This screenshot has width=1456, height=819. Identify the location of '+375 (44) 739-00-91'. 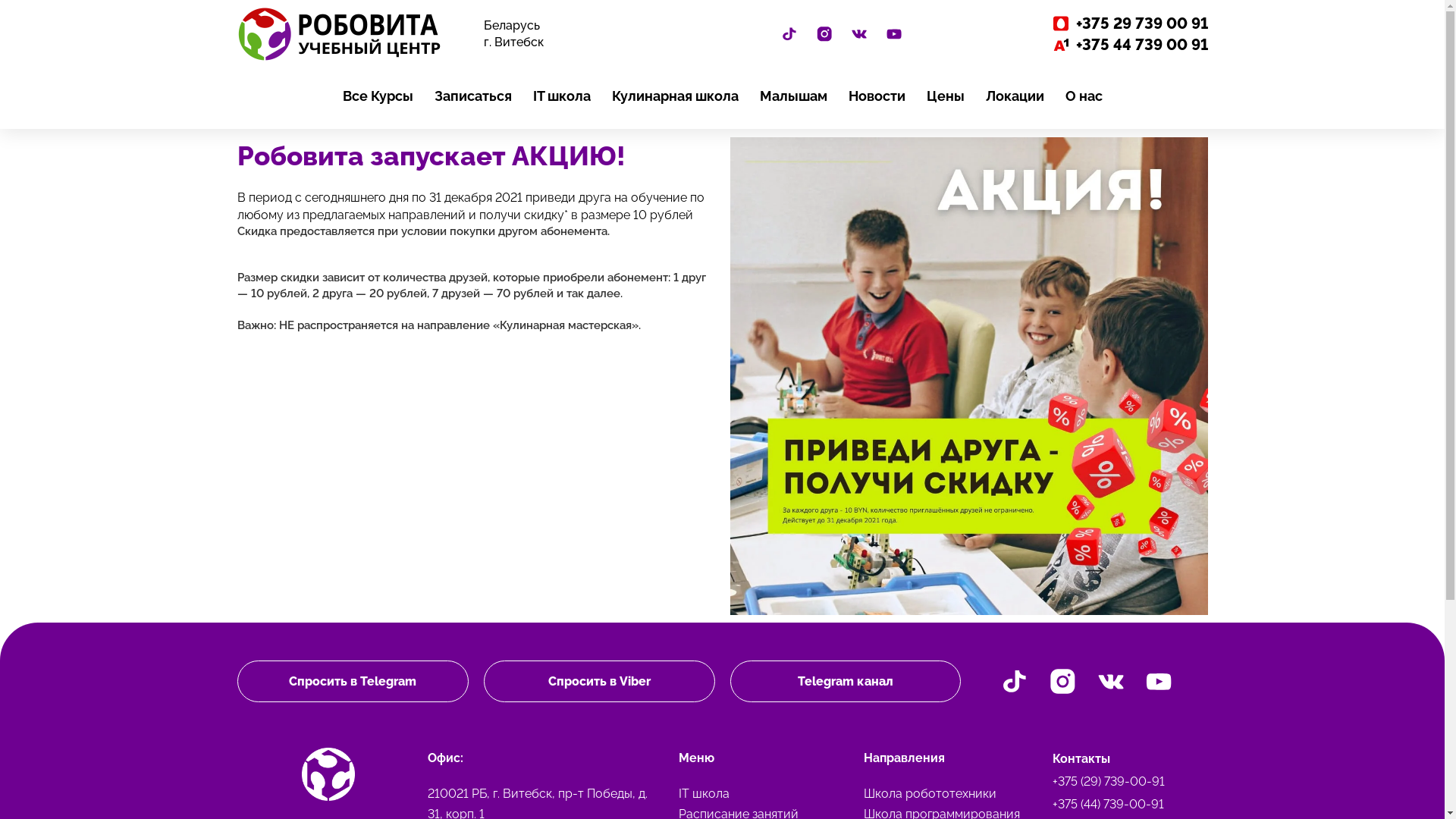
(1125, 803).